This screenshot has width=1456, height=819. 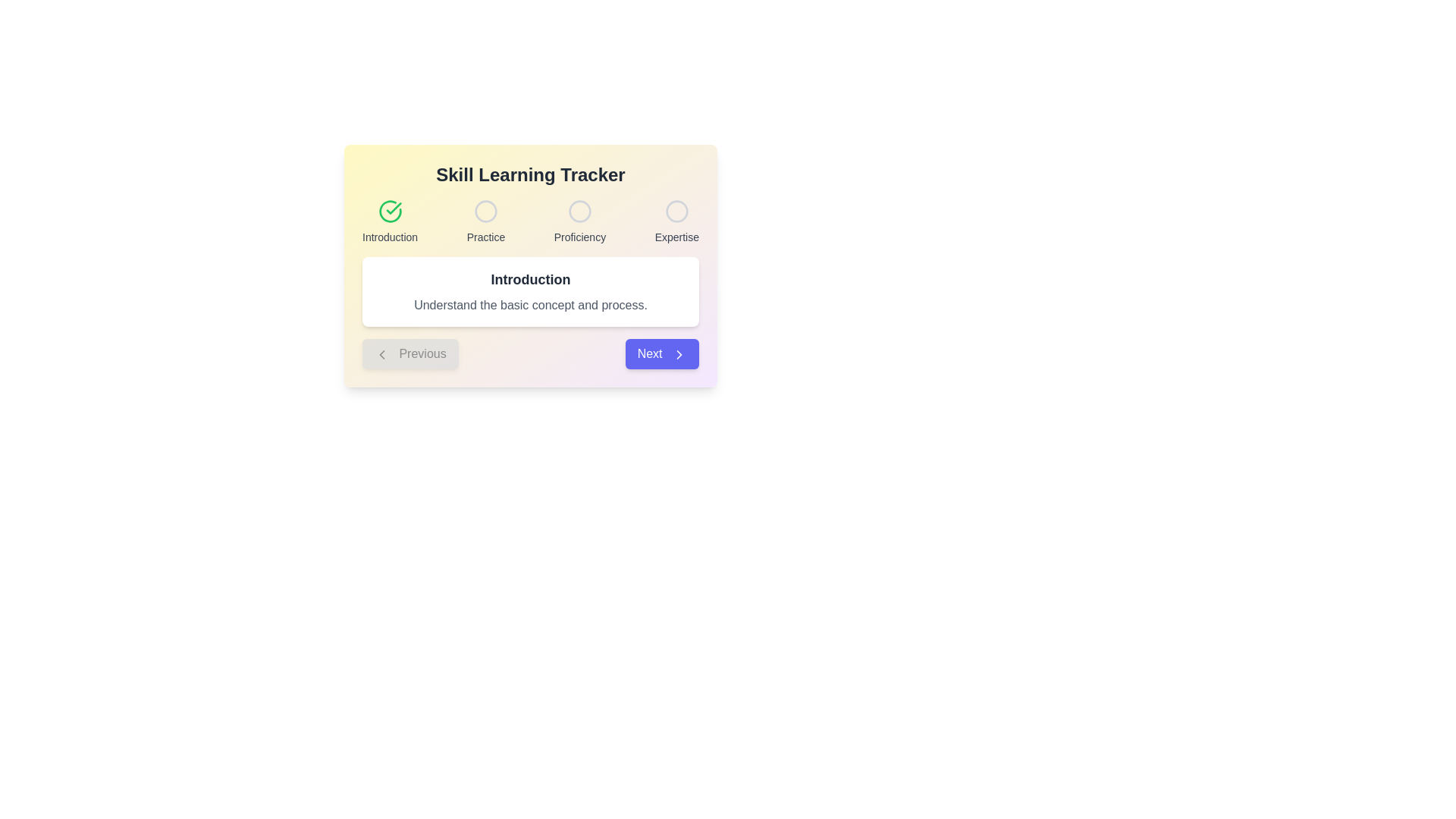 I want to click on 'Proficiency' progress indicator element, which features a hollow circle icon and small gray text below it, positioned centrally in a horizontal layout of skill levels, so click(x=579, y=222).